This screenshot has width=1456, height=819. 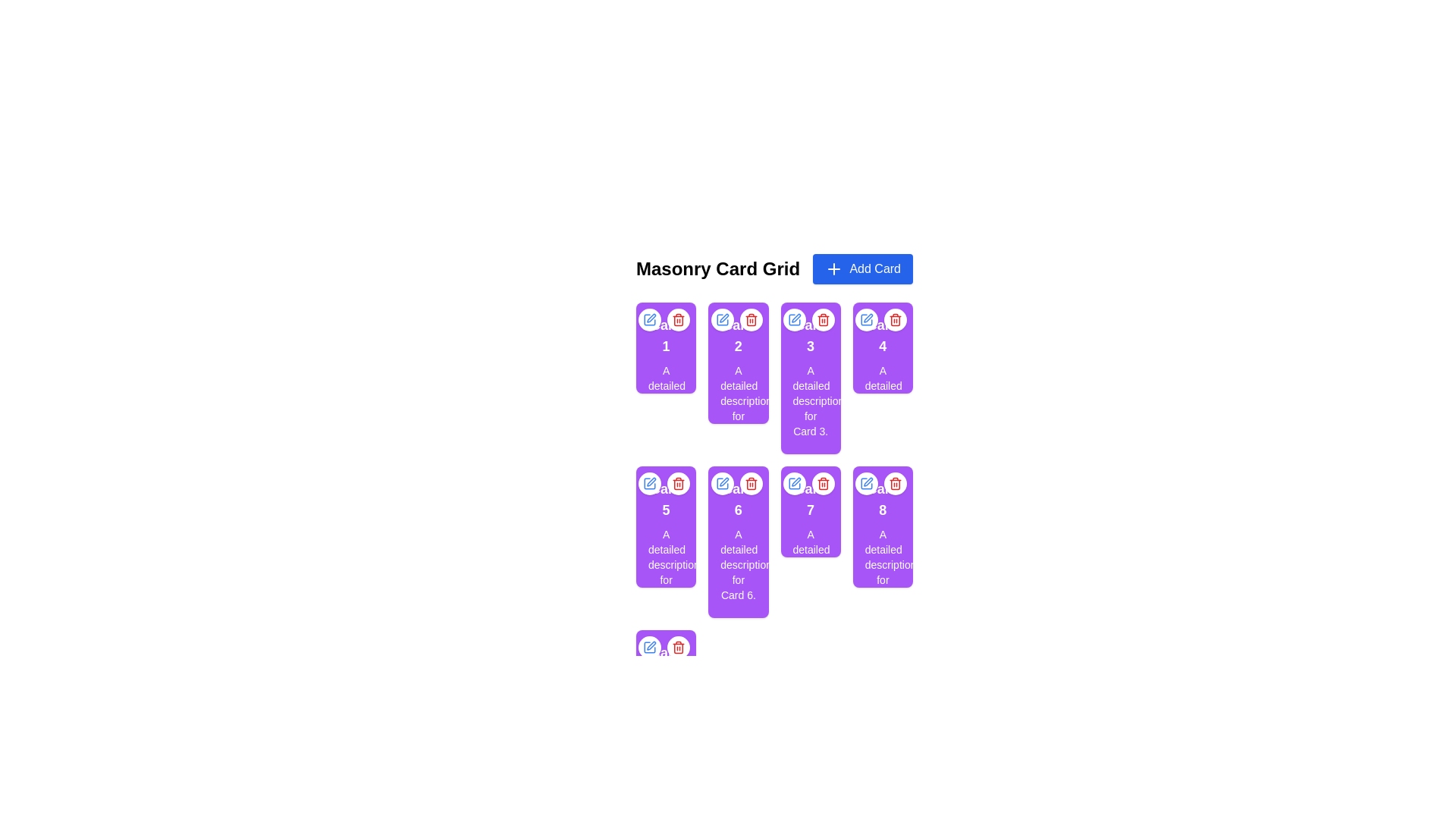 I want to click on the 'edit' icon located at the top-left corner of the card header to initiate editing, so click(x=868, y=482).